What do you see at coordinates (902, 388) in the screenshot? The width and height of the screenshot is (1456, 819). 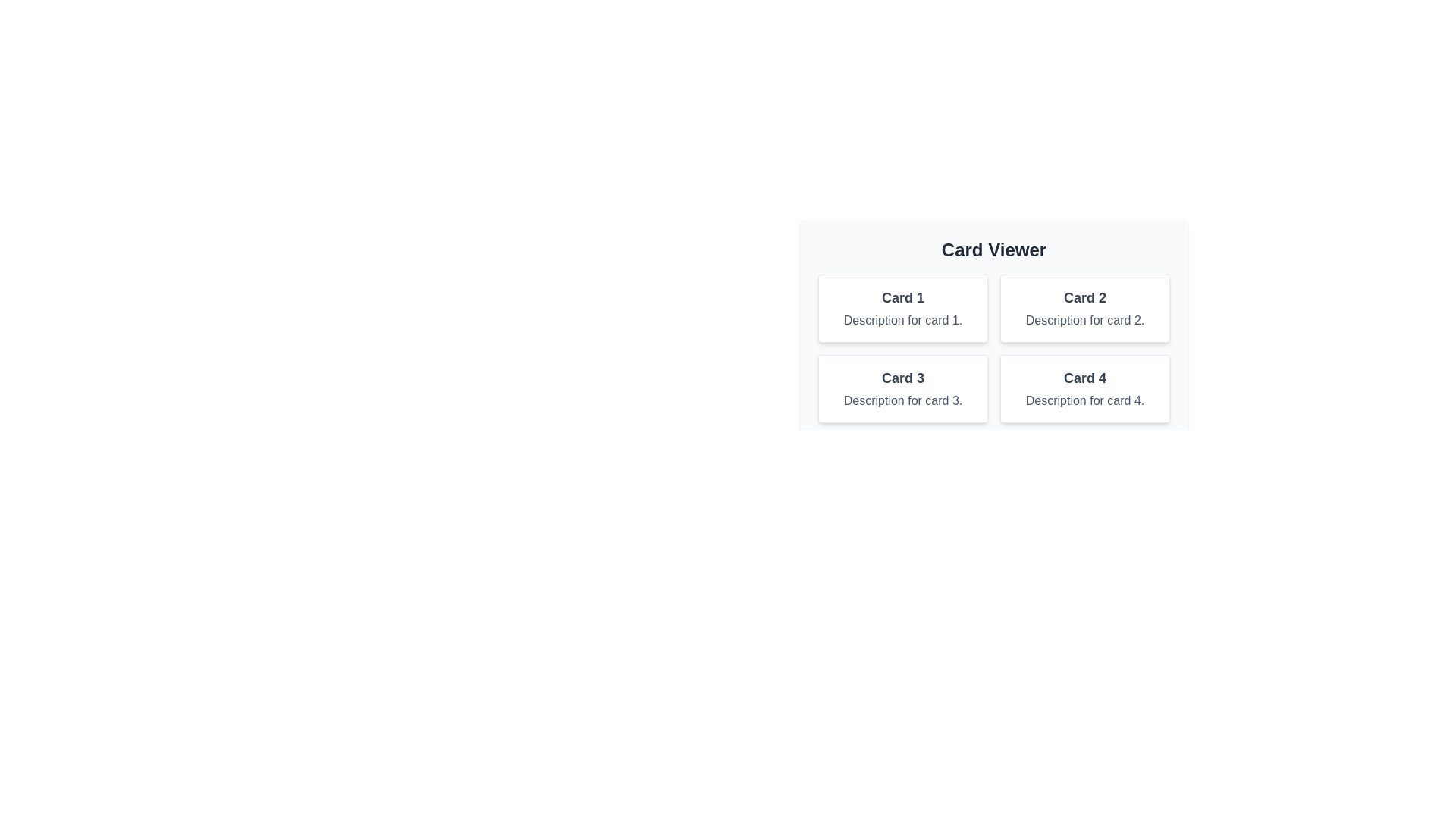 I see `the card labeled 'Card 3' which is located in the bottom-left quadrant of the grid layout` at bounding box center [902, 388].